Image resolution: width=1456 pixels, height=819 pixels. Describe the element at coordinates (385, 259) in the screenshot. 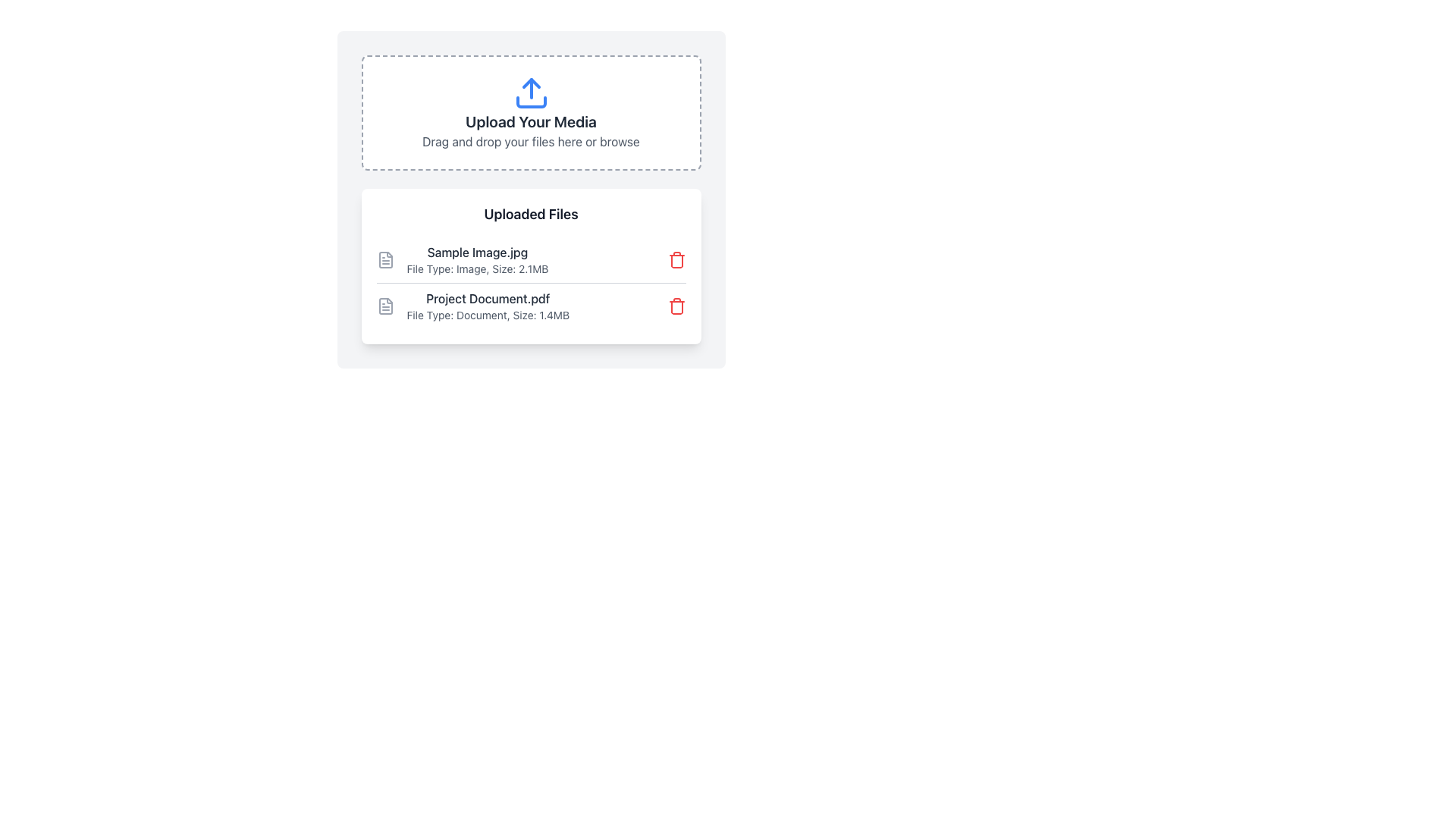

I see `the document icon located on the left of the first row in the file list, adjacent to 'Sample Image.jpg'` at that location.